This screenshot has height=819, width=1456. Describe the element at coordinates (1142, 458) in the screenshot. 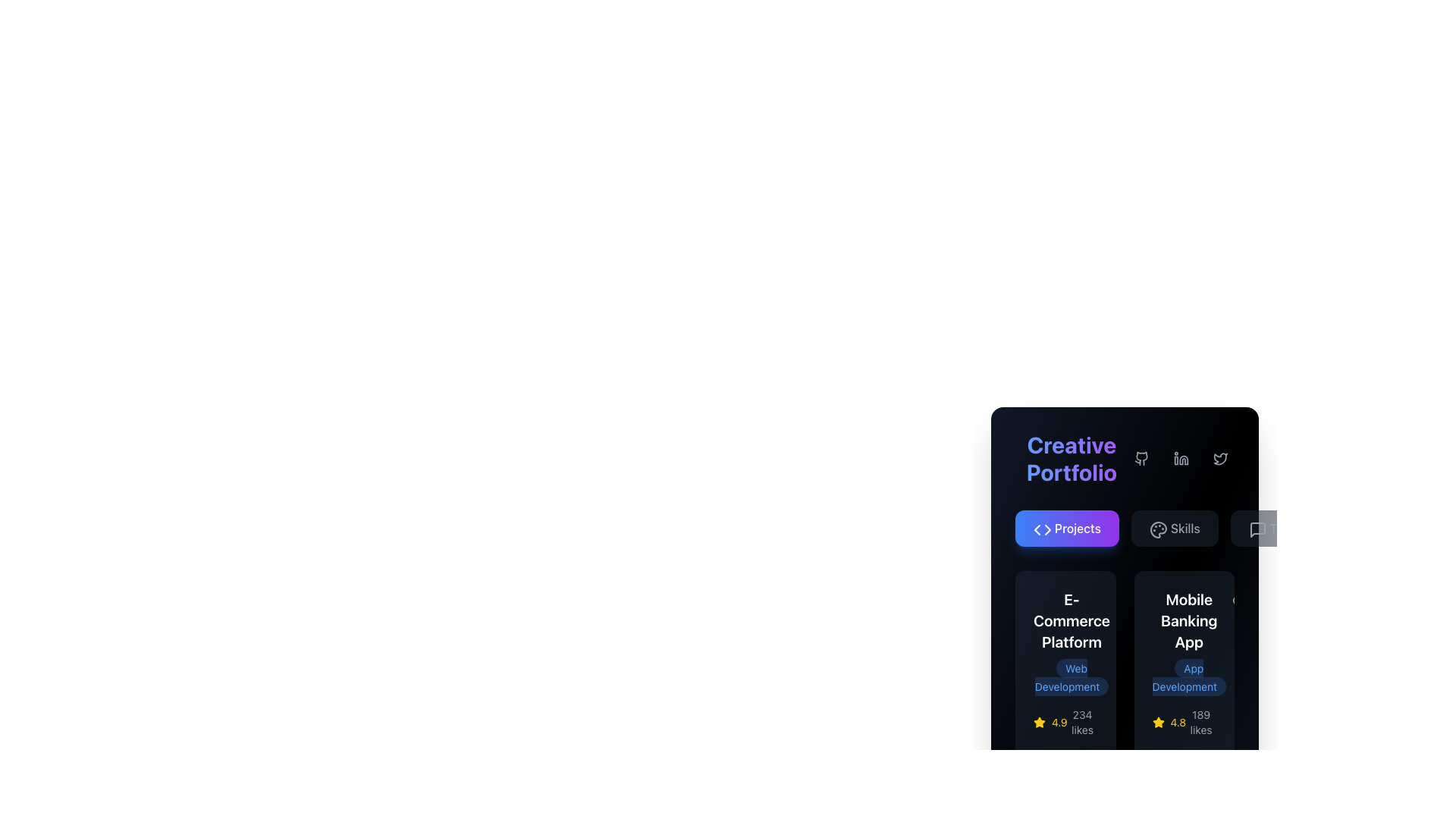

I see `the first icon button located to the immediate right of the 'Creative Portfolio' title` at that location.